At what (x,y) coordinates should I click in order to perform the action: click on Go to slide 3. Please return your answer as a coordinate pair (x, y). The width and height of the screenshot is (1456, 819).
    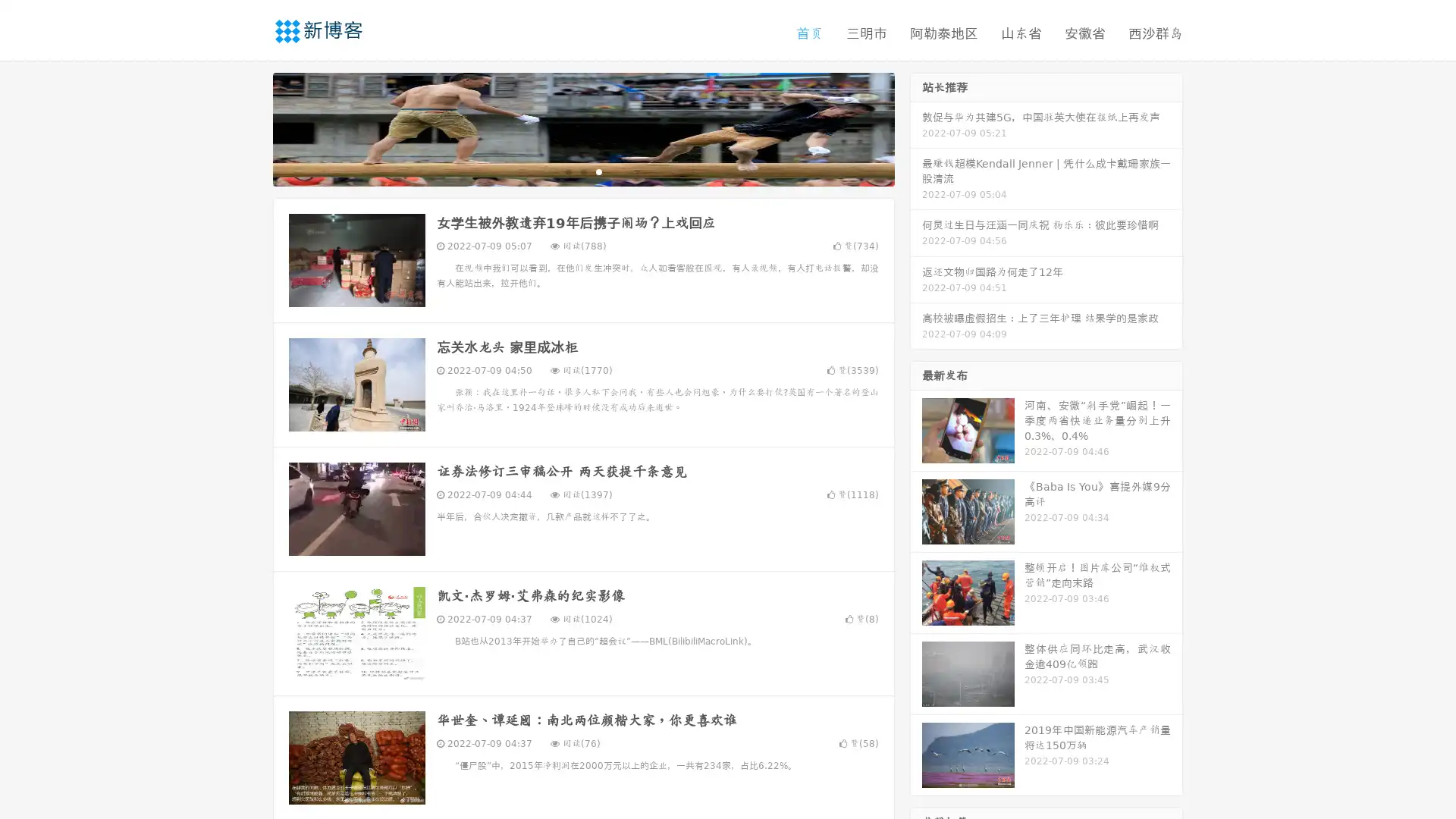
    Looking at the image, I should click on (598, 171).